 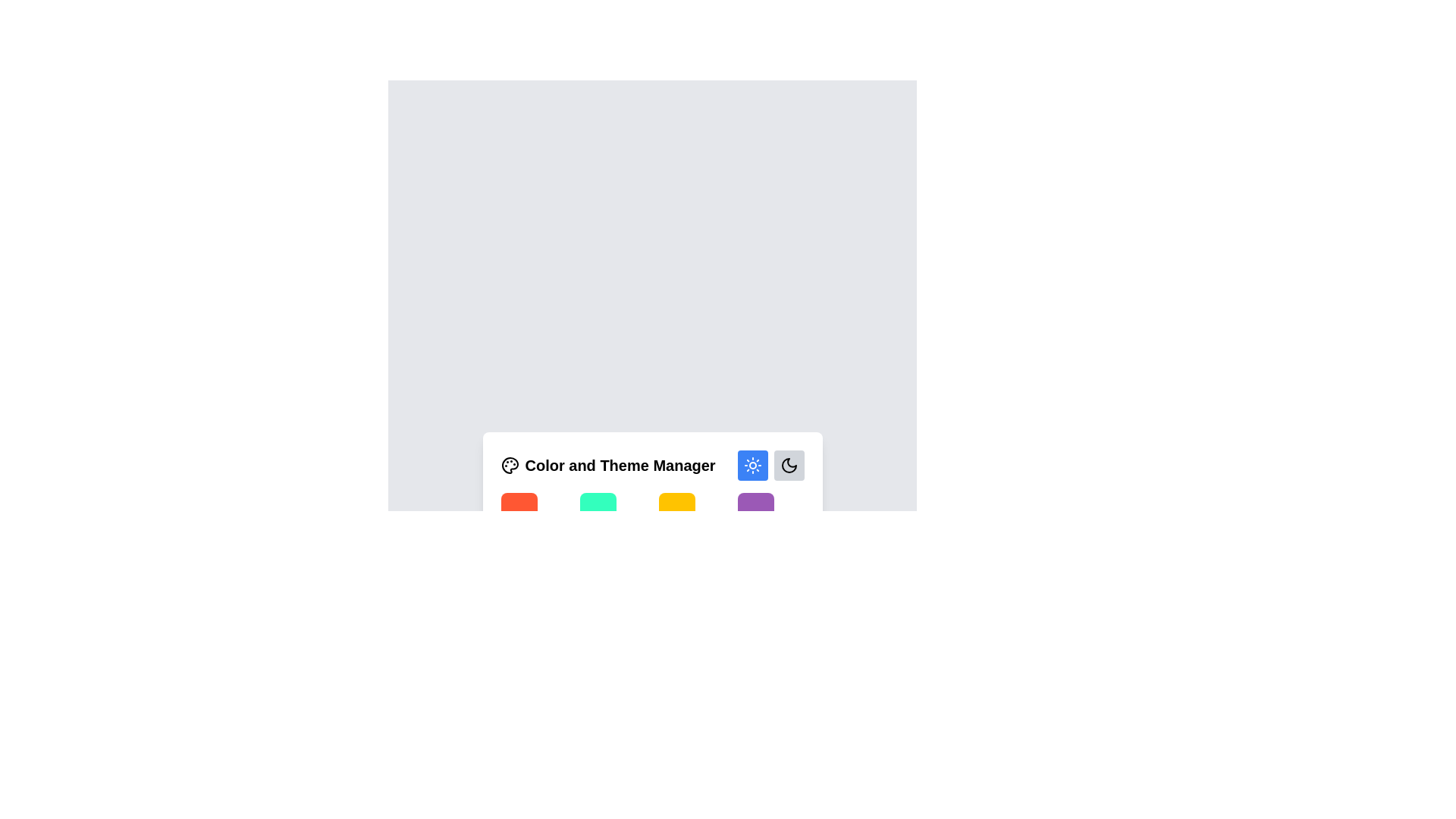 What do you see at coordinates (770, 464) in the screenshot?
I see `the gray button in the top-right corner of the 'Color and Theme Manager' section` at bounding box center [770, 464].